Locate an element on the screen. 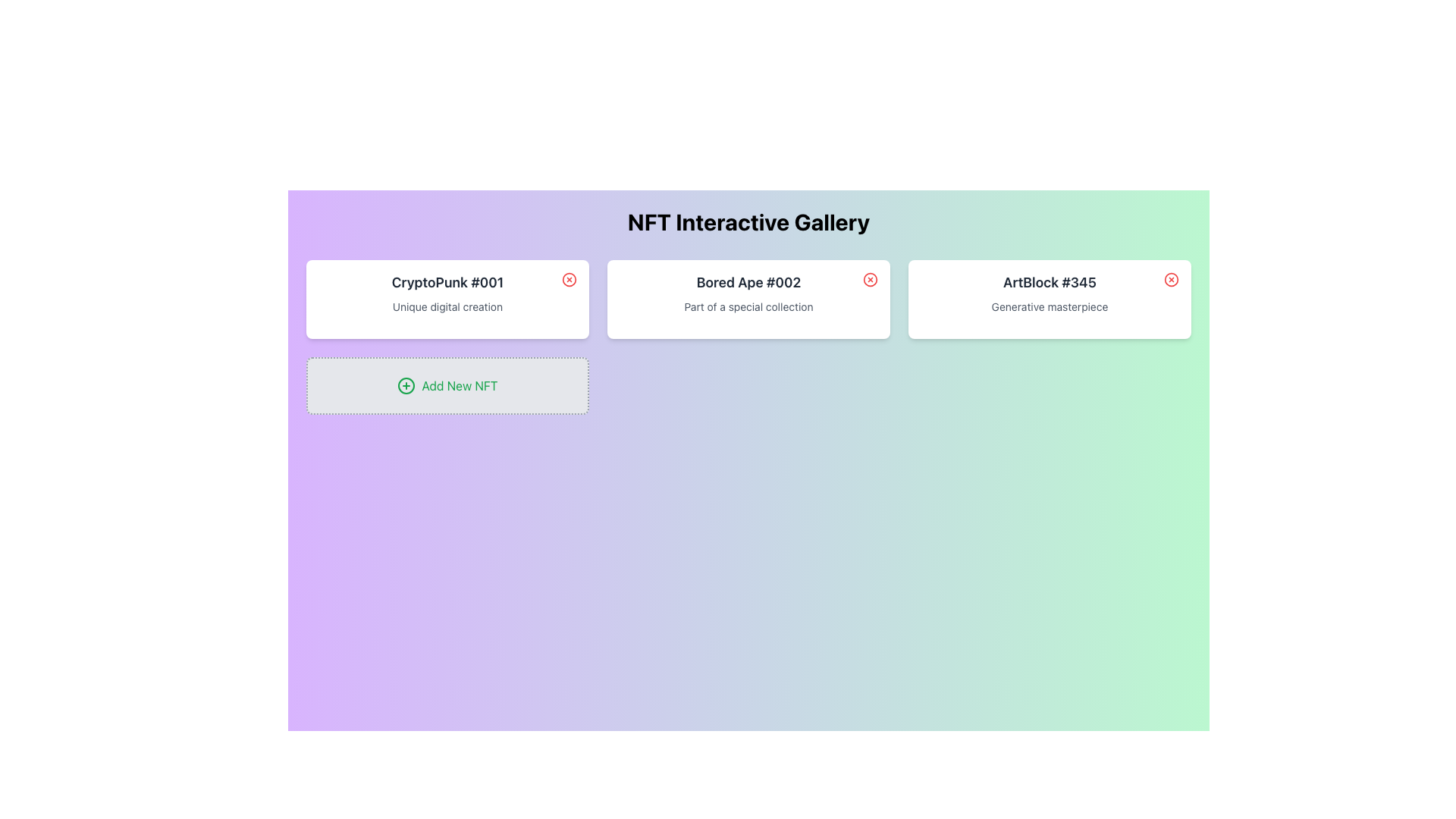 The width and height of the screenshot is (1456, 819). text label displaying 'ArtBlock #345', which is bold, centered, and located within a rectangular card with a white background is located at coordinates (1049, 283).